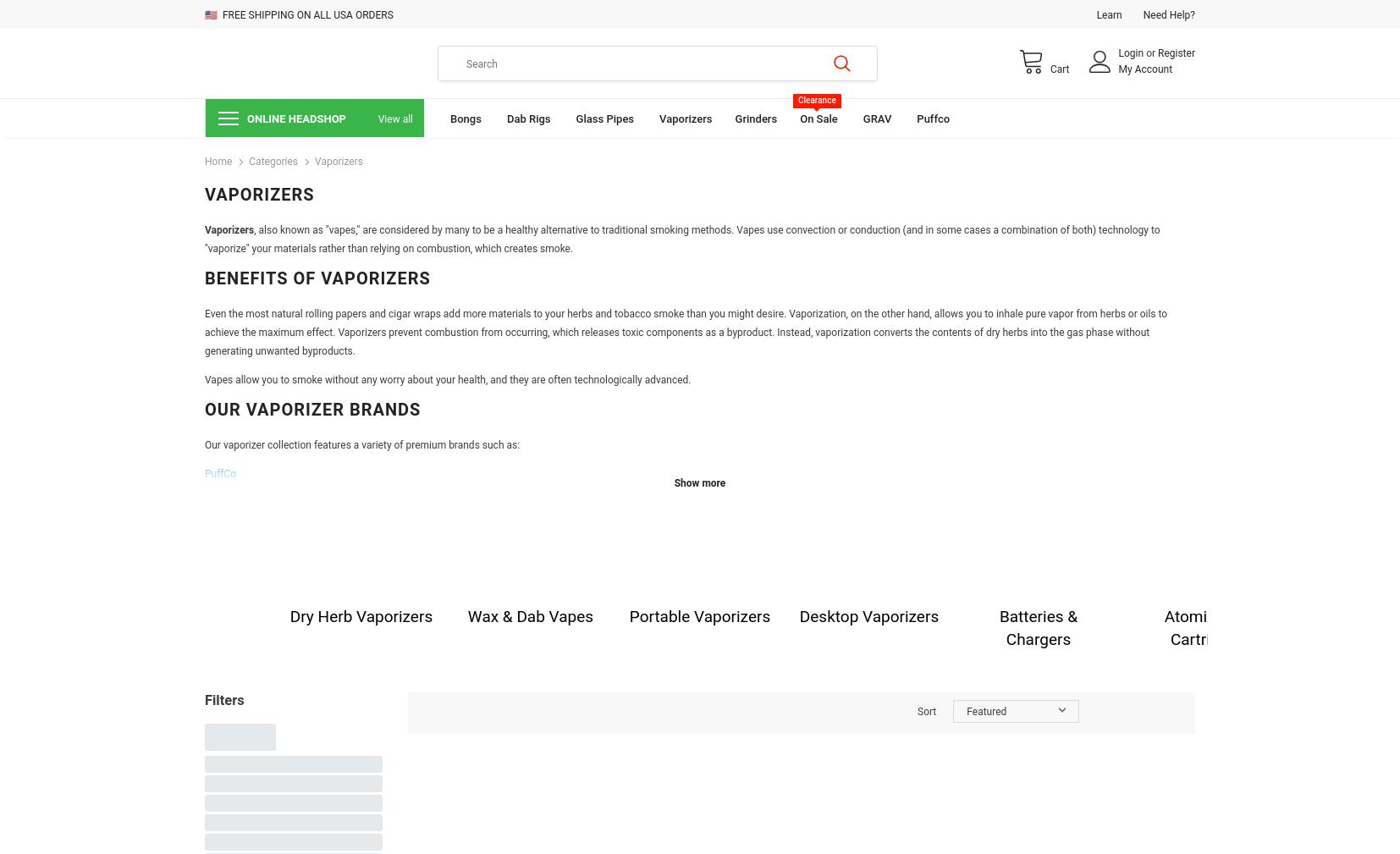  Describe the element at coordinates (316, 278) in the screenshot. I see `'Benefits of Vaporizers'` at that location.